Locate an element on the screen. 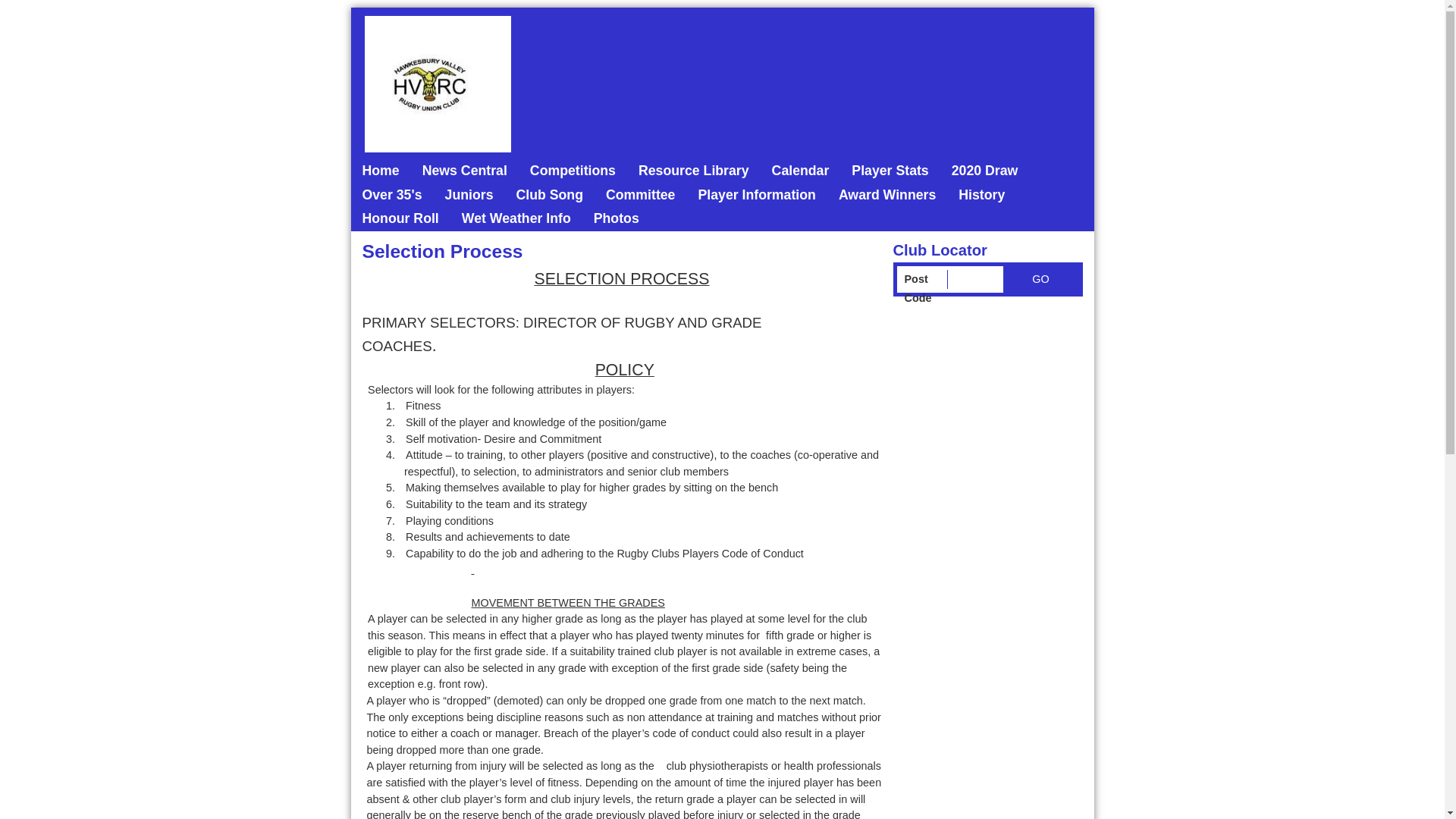  'Wet Weather Info' is located at coordinates (516, 219).